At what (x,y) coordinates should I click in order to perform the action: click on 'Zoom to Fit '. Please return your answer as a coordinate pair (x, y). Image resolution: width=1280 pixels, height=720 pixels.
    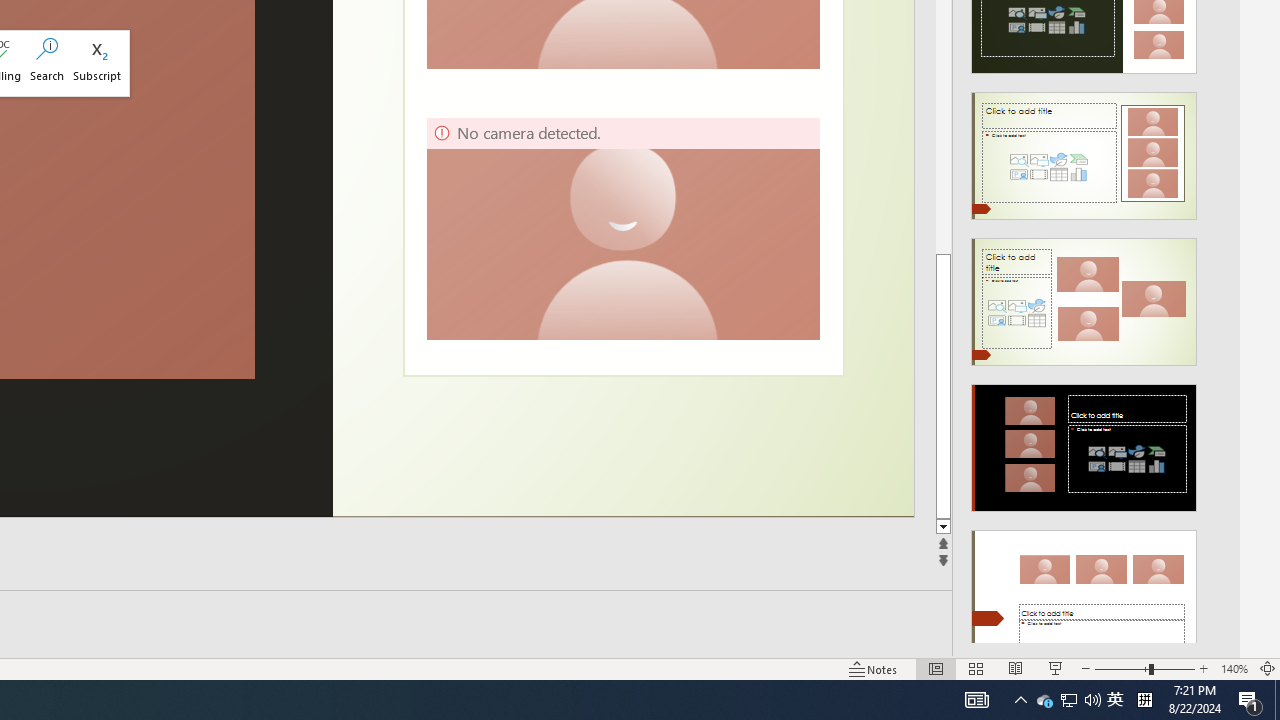
    Looking at the image, I should click on (1266, 669).